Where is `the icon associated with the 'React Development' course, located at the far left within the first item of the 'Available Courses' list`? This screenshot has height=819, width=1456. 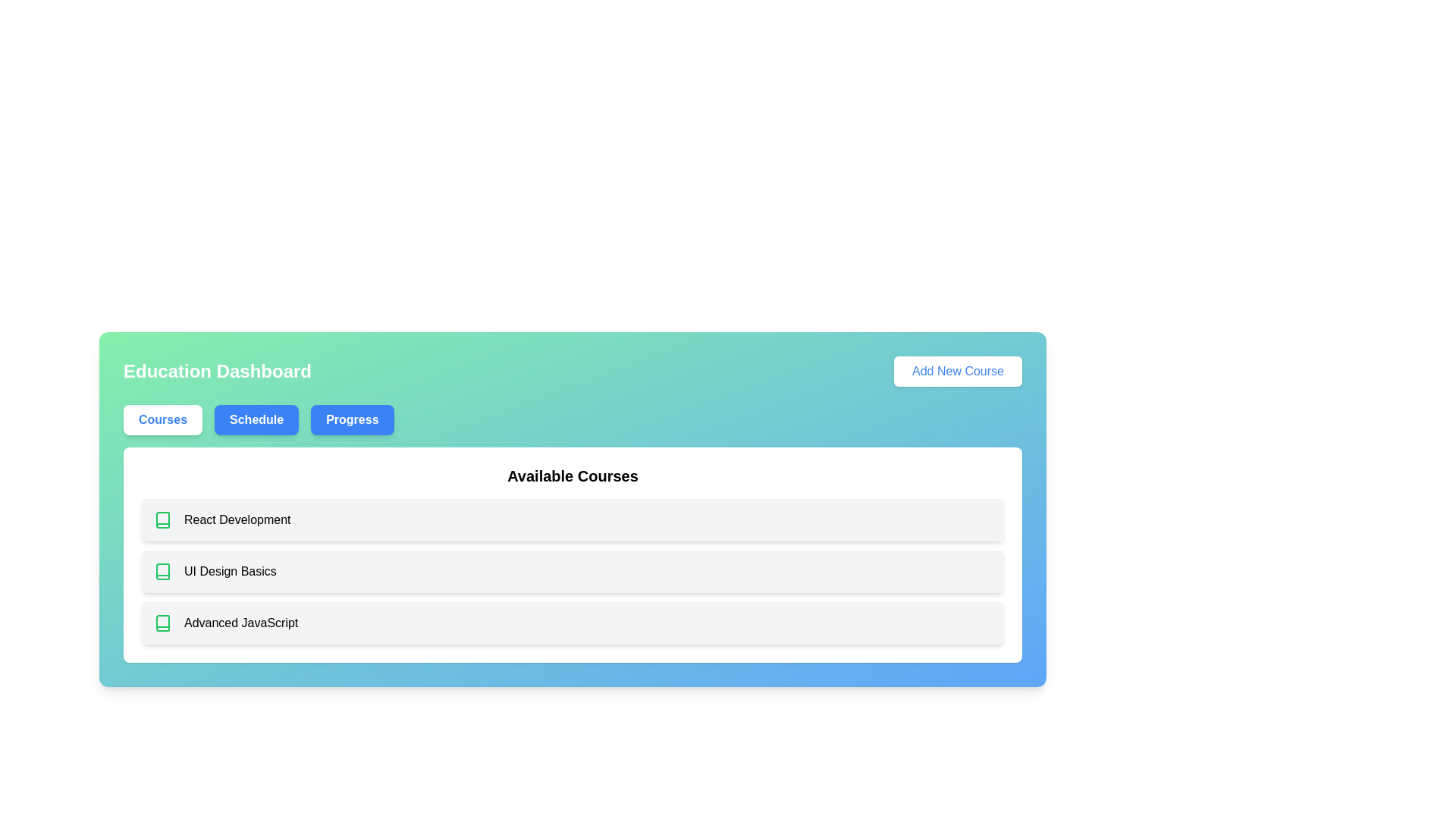 the icon associated with the 'React Development' course, located at the far left within the first item of the 'Available Courses' list is located at coordinates (163, 519).